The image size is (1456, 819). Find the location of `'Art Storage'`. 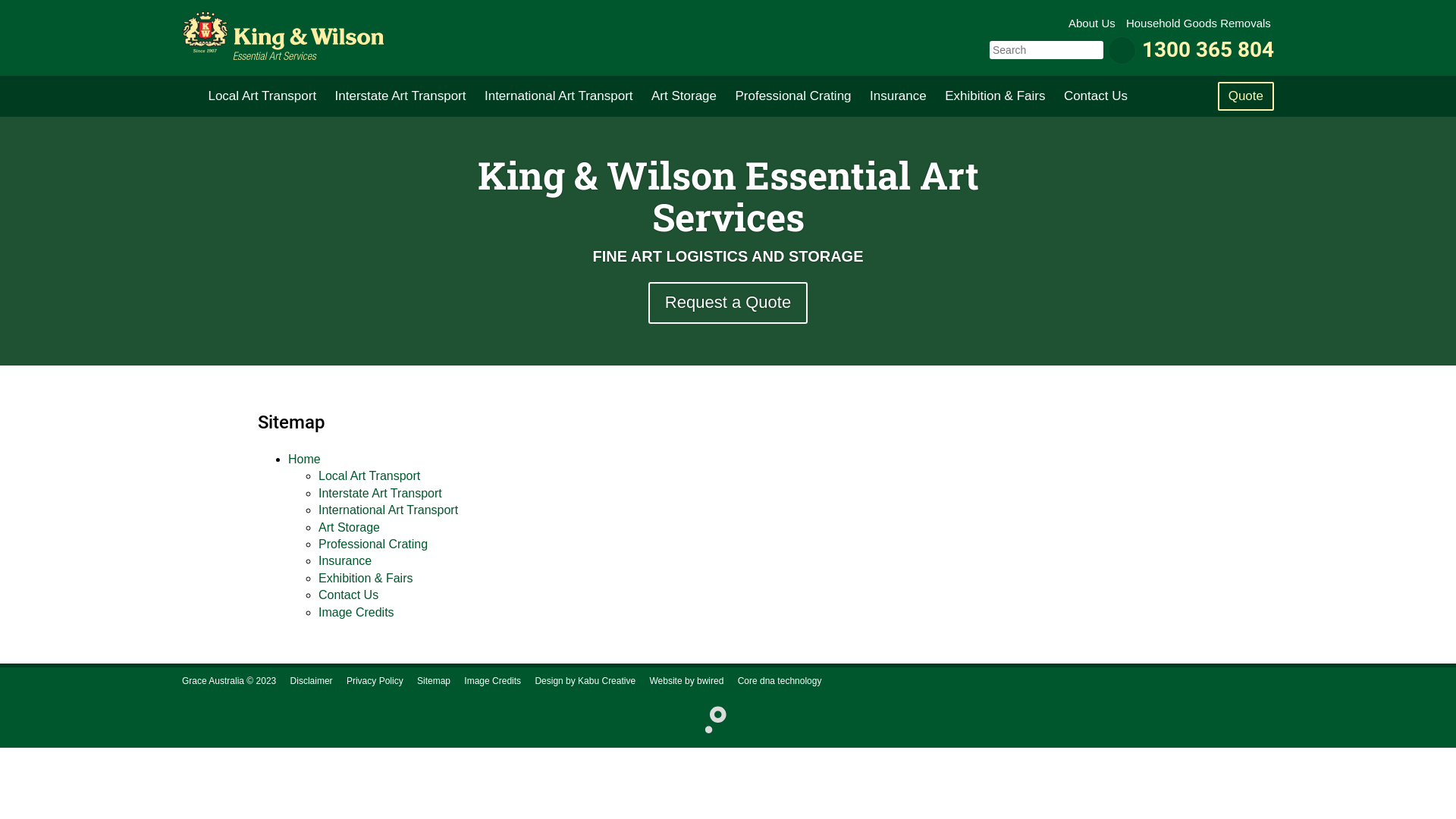

'Art Storage' is located at coordinates (318, 526).